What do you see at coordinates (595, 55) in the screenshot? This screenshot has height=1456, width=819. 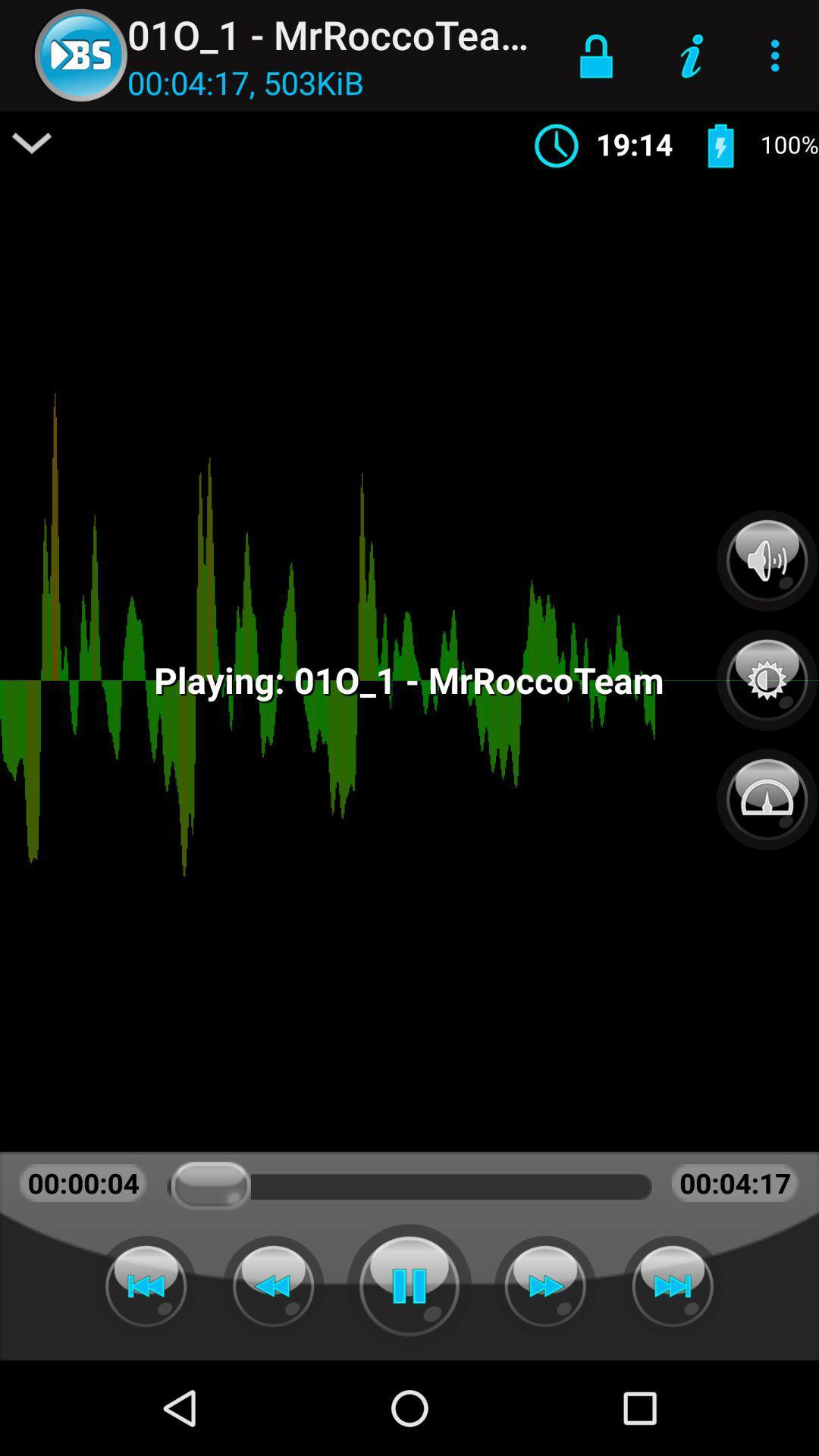 I see `icon next to 01o_1 - mrroccoteam` at bounding box center [595, 55].